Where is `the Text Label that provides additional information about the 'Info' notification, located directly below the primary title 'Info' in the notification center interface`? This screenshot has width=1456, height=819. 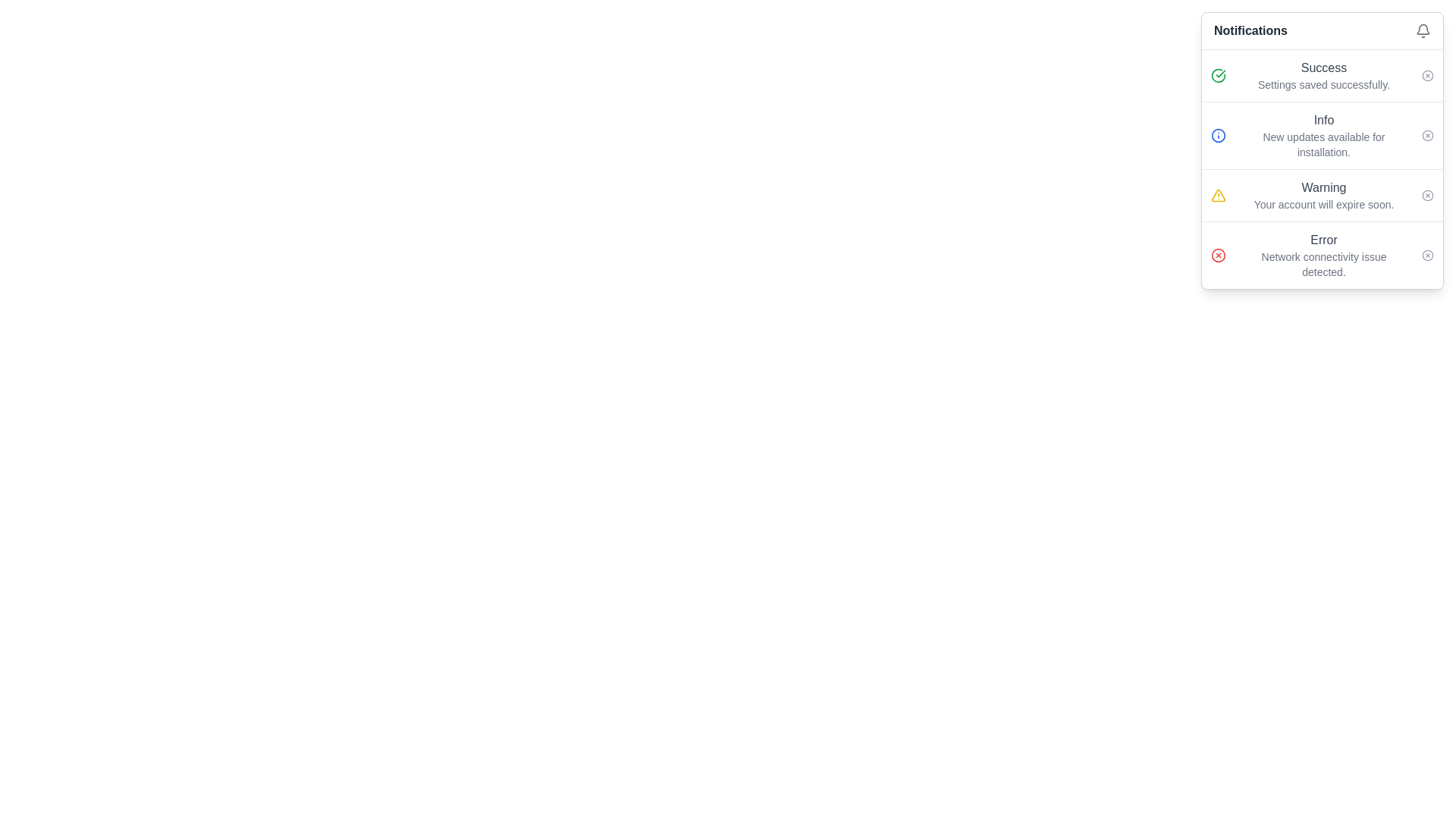
the Text Label that provides additional information about the 'Info' notification, located directly below the primary title 'Info' in the notification center interface is located at coordinates (1323, 145).